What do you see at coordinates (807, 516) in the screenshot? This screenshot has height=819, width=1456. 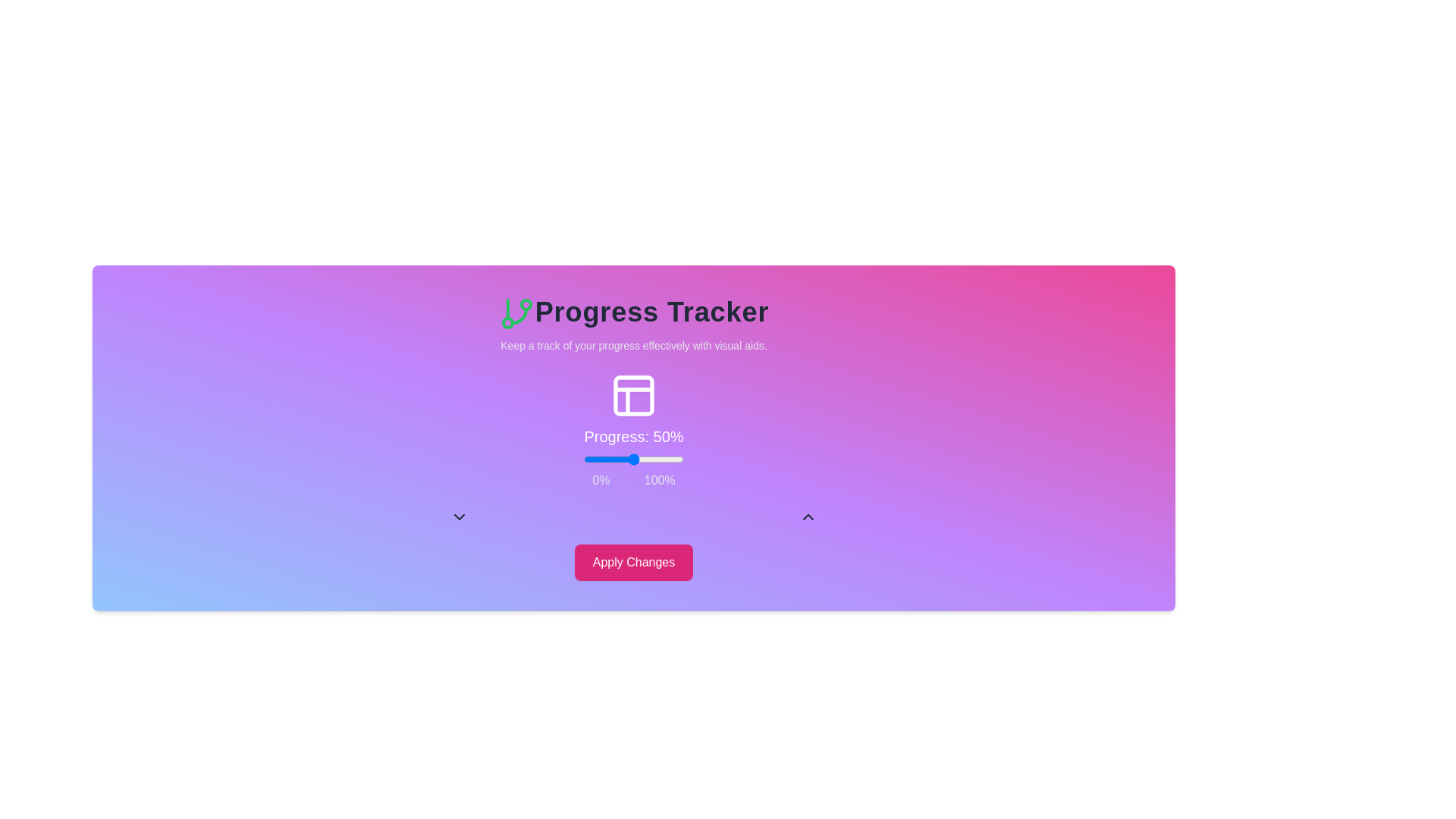 I see `increment button to increase the progress by 5%` at bounding box center [807, 516].